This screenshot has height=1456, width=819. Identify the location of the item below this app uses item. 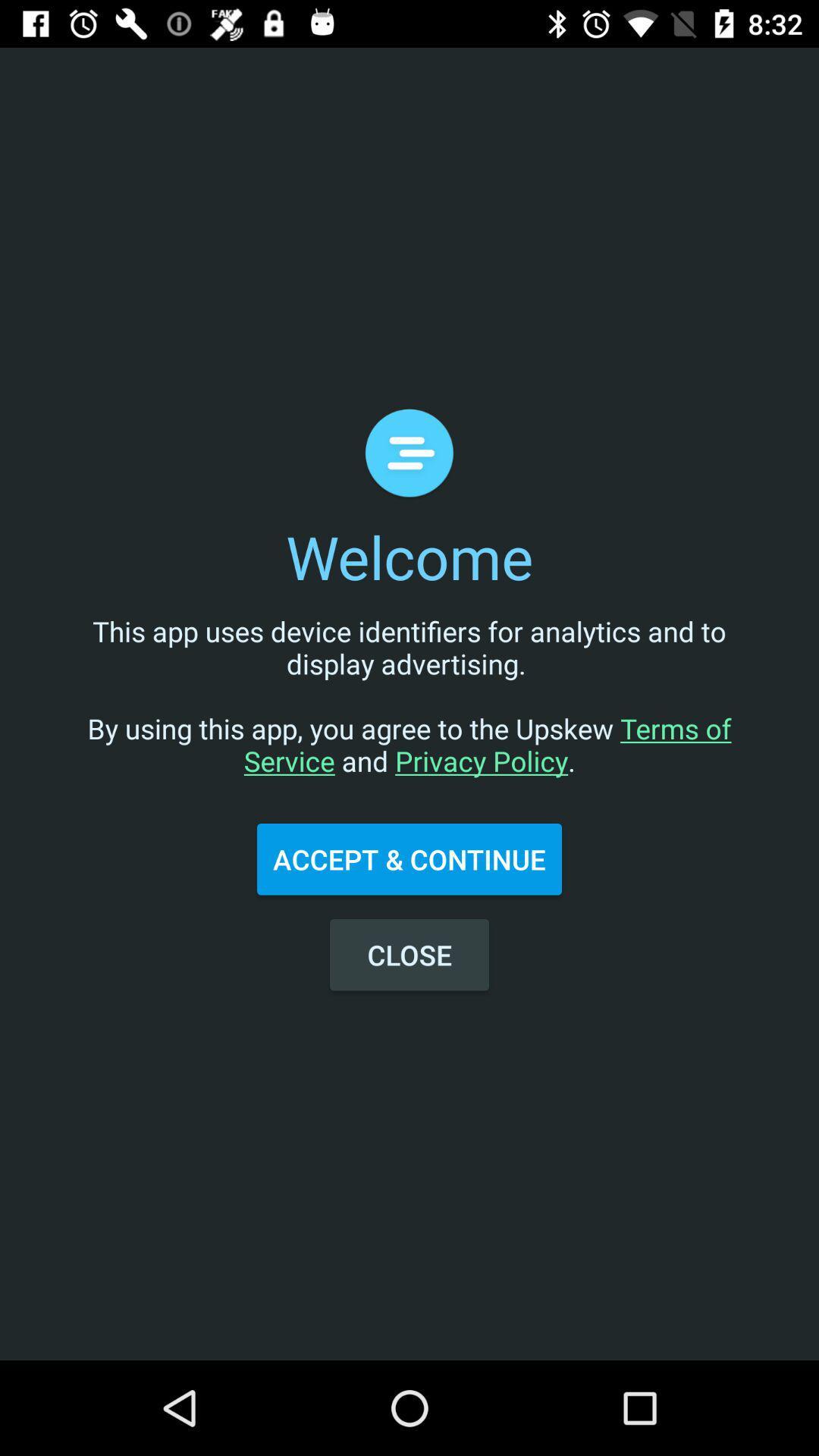
(409, 859).